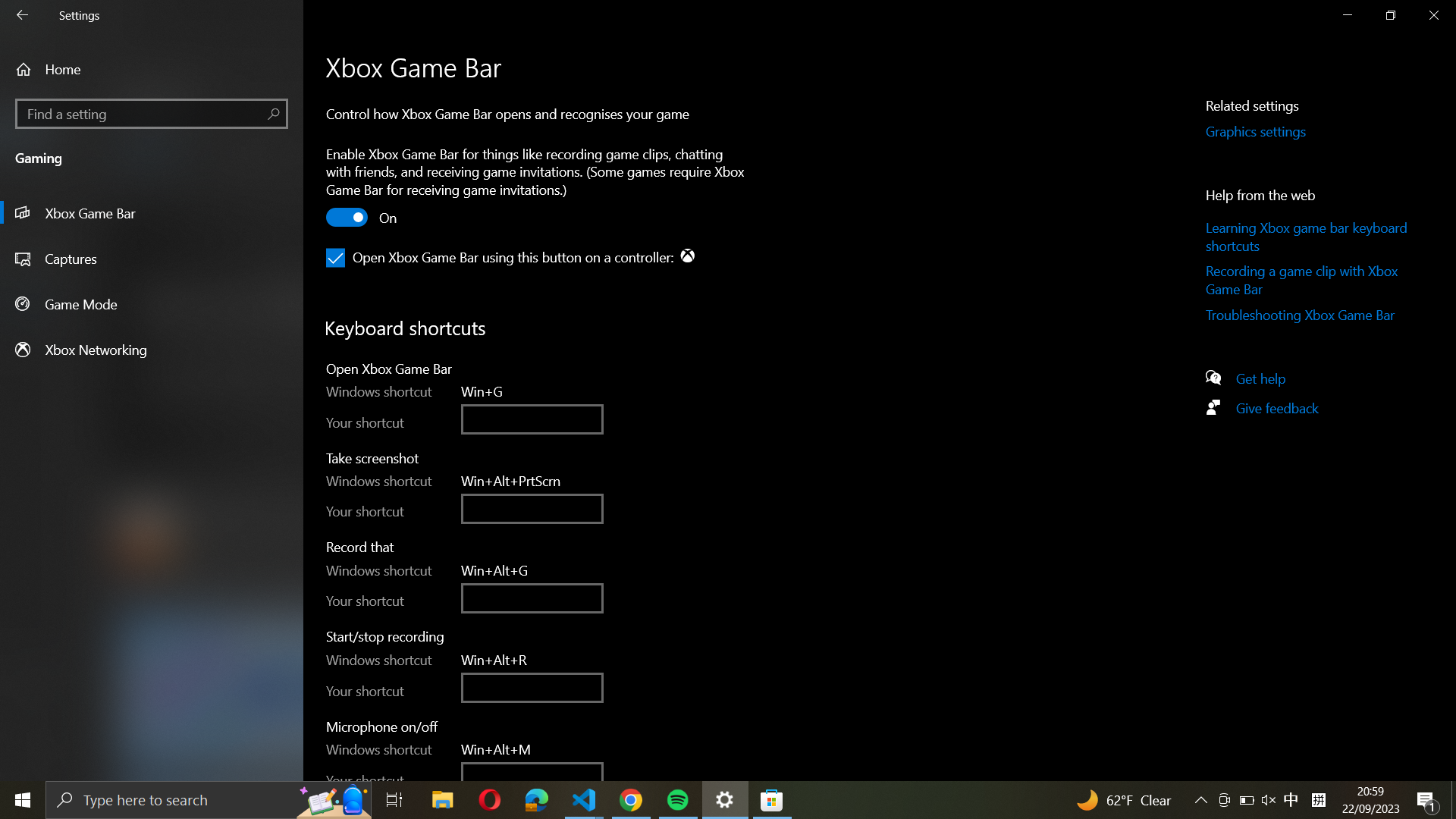  What do you see at coordinates (151, 113) in the screenshot?
I see `the "Find a Setting" function` at bounding box center [151, 113].